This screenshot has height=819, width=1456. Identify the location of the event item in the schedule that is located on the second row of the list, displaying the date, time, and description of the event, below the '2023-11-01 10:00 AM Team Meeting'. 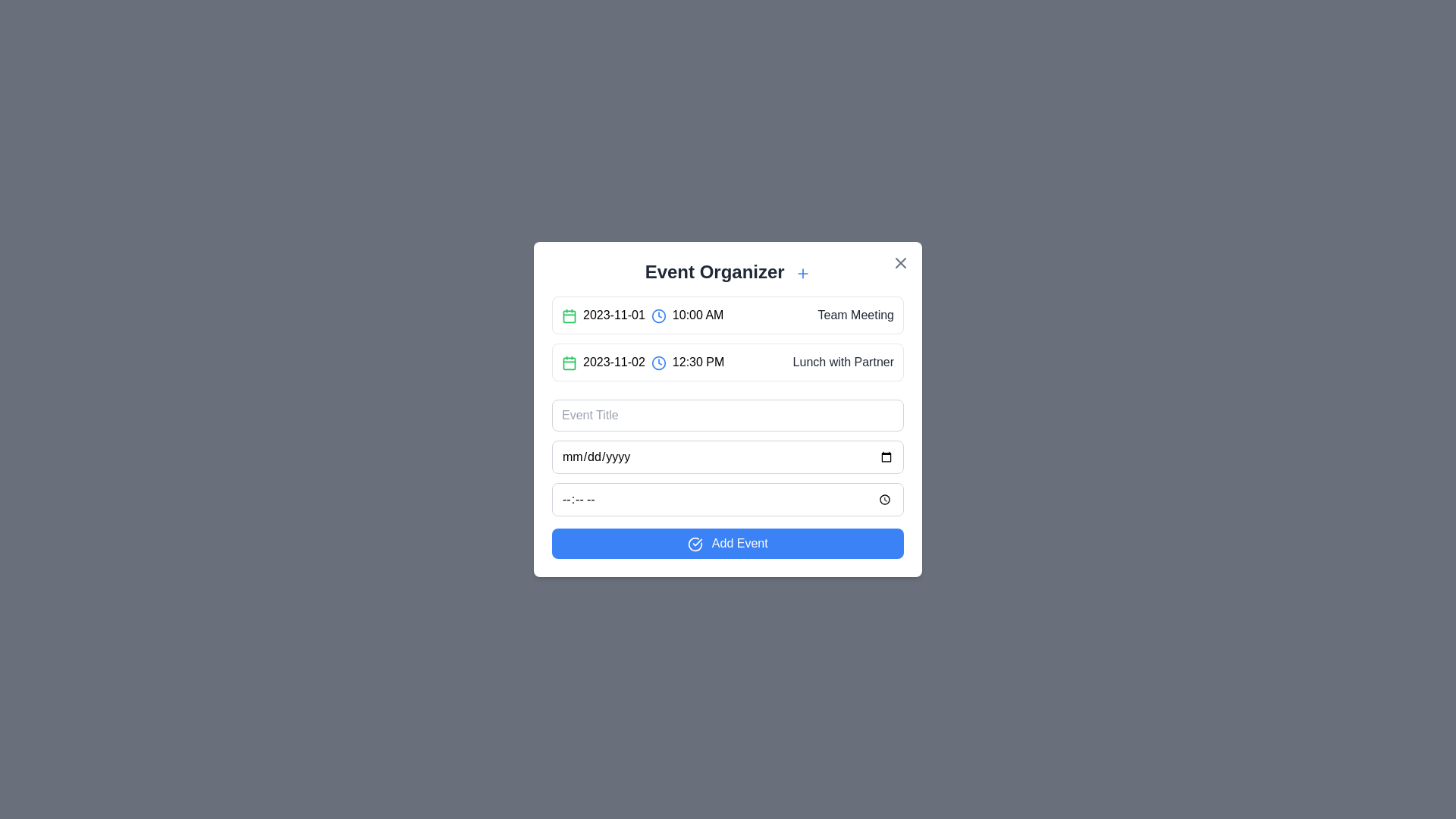
(728, 362).